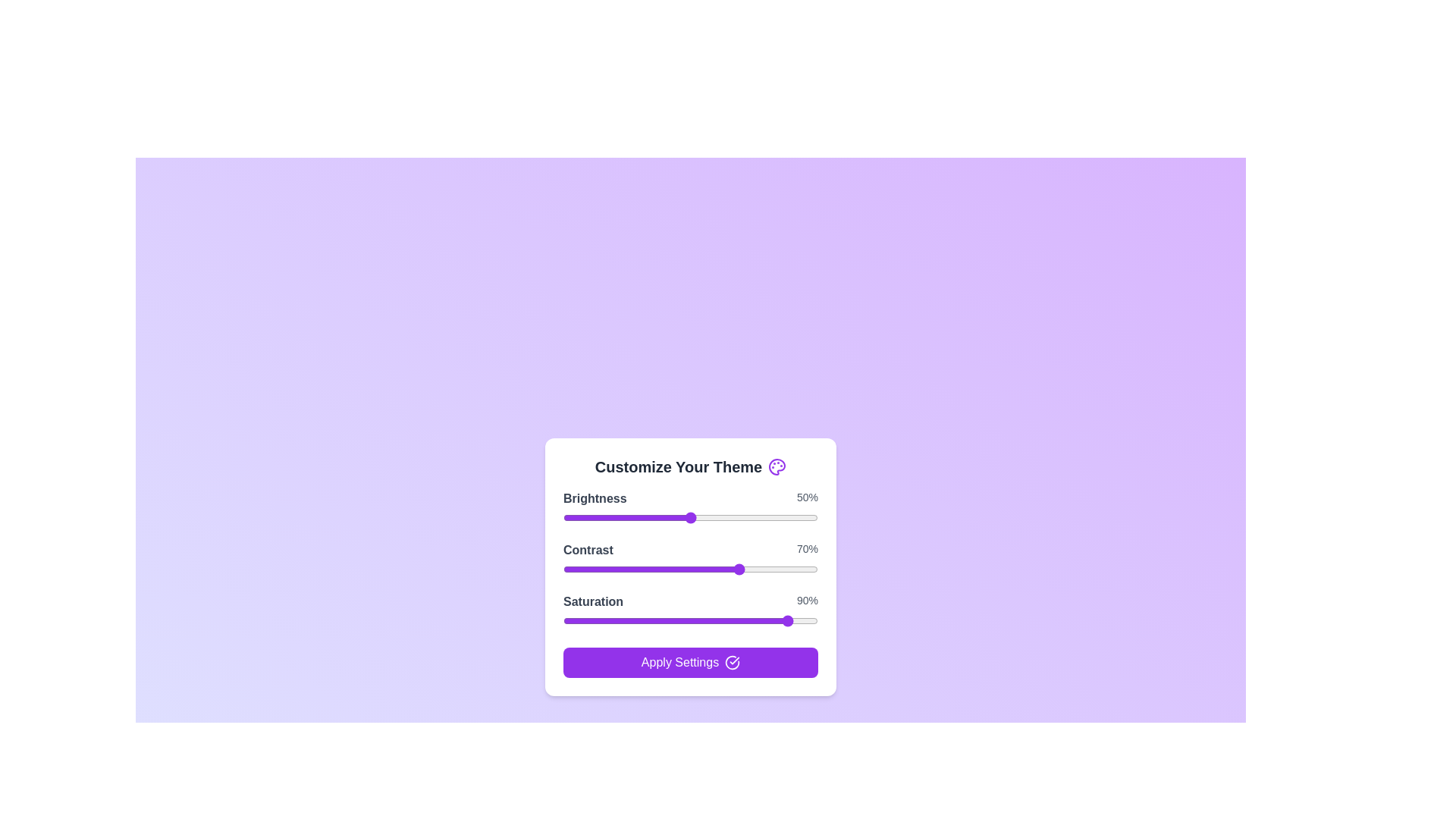 The width and height of the screenshot is (1456, 819). I want to click on the contrast slider to 68%, so click(736, 570).